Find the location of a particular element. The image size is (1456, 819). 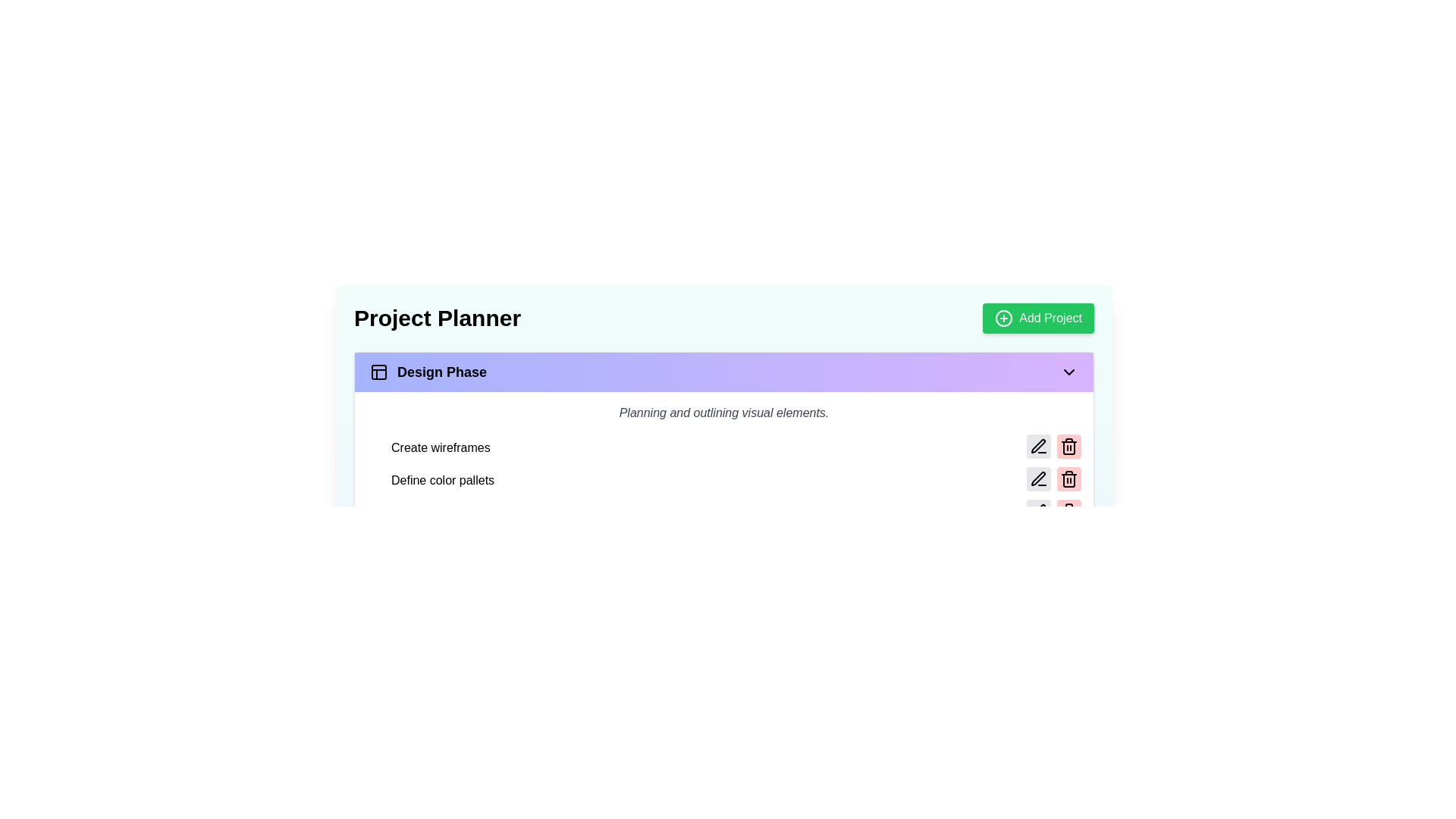

the 'Add Project' text label, which is styled in white on a green background and located to the right of a circular plus icon is located at coordinates (1050, 318).